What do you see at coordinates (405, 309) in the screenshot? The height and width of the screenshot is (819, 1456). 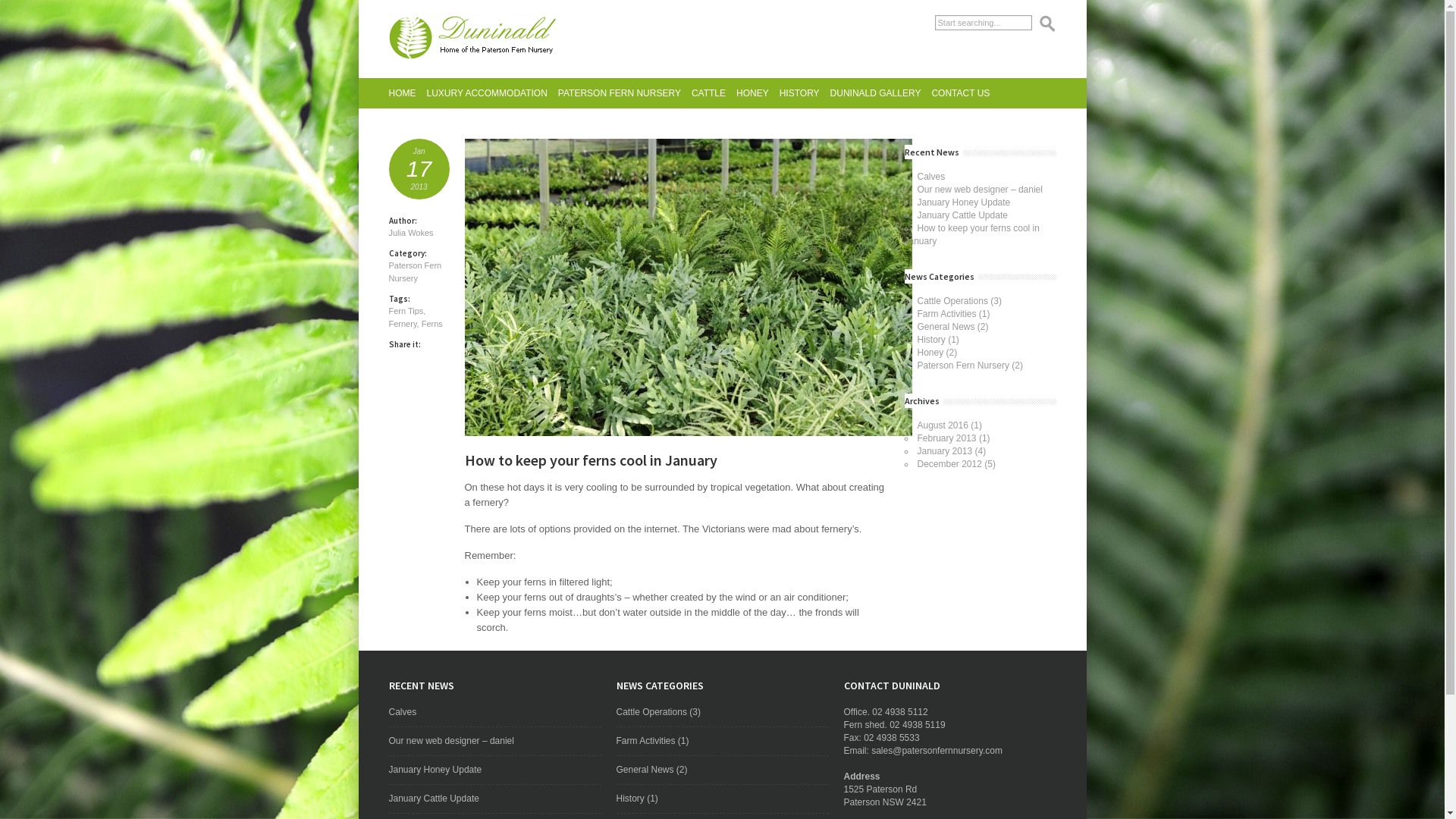 I see `'Fern Tips'` at bounding box center [405, 309].